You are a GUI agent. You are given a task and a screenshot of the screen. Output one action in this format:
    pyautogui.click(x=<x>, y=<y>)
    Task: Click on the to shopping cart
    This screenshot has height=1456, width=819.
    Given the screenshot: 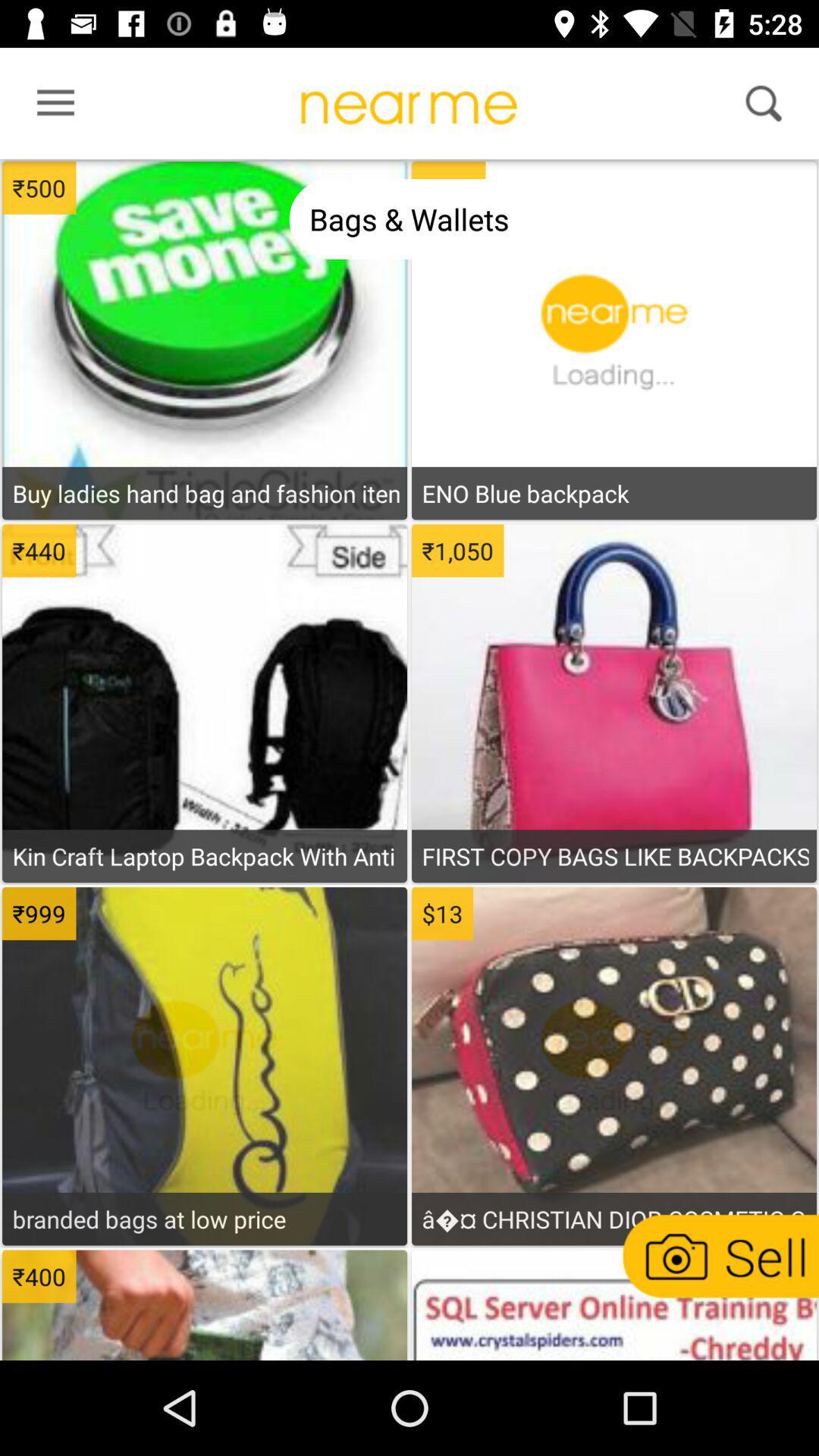 What is the action you would take?
    pyautogui.click(x=613, y=545)
    